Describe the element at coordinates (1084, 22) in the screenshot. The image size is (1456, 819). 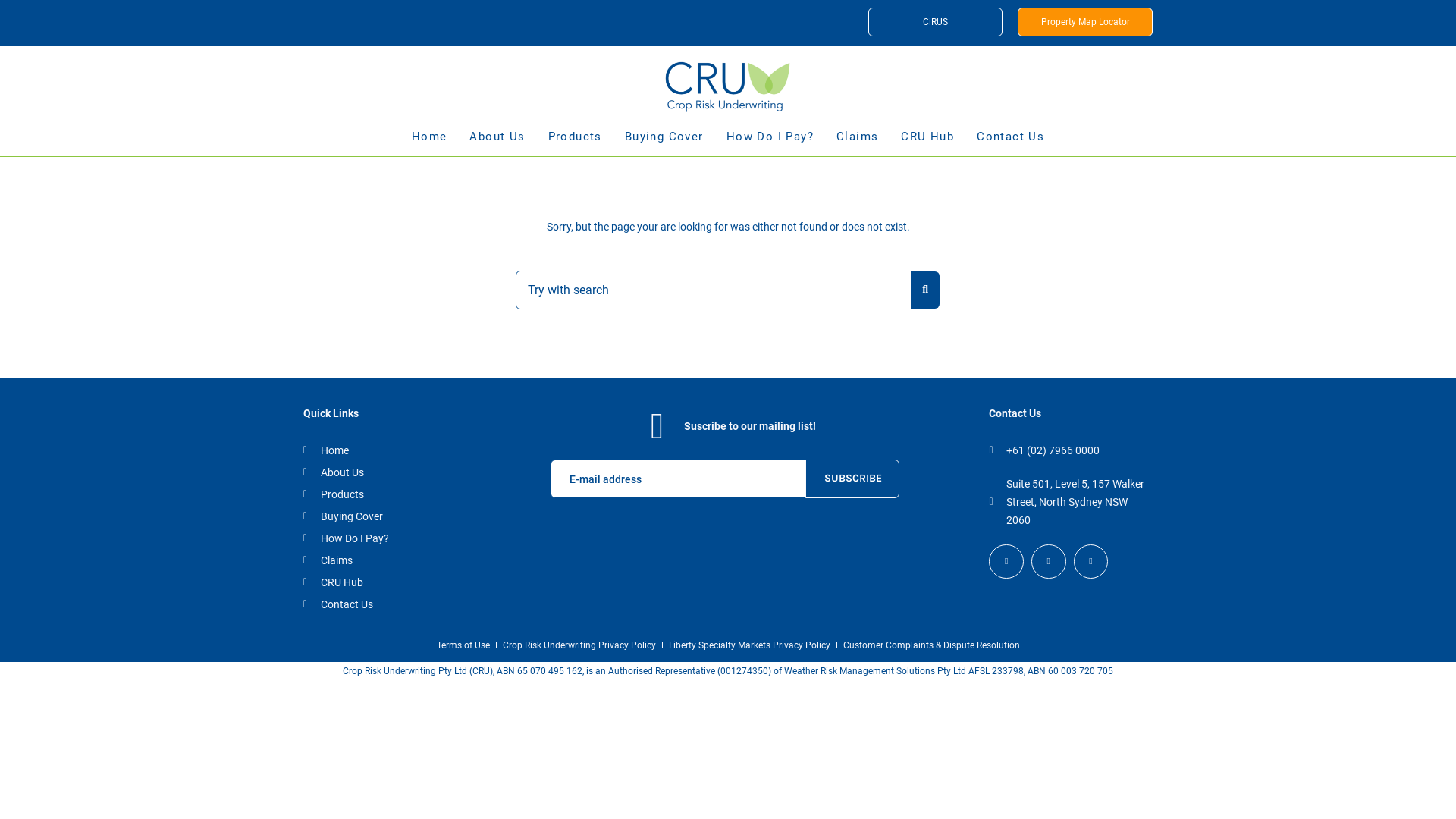
I see `'Property Map Locator'` at that location.